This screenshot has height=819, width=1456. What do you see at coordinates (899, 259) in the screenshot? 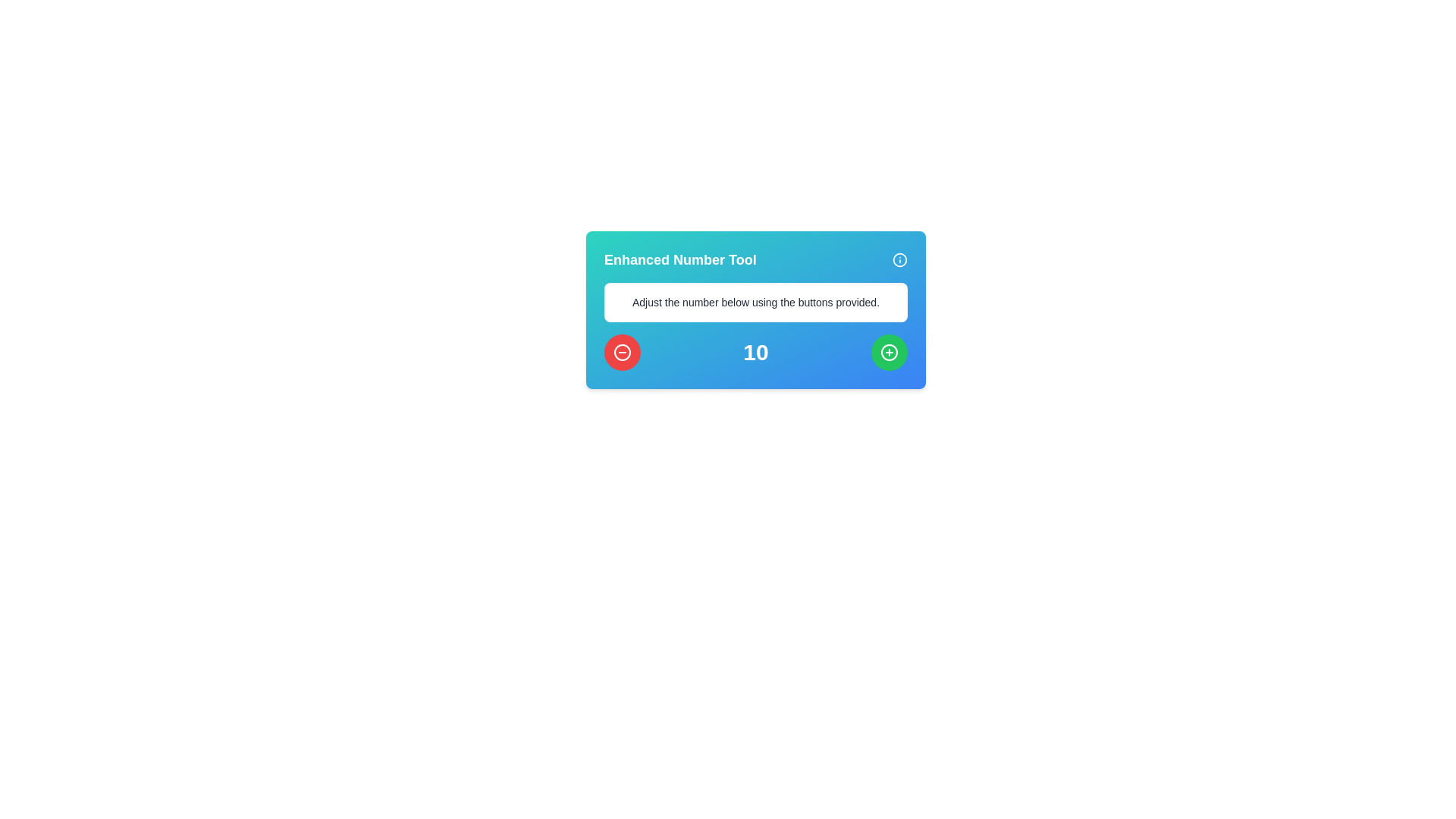
I see `the help icon button located at the top-right corner of the 'Enhanced Number Tool' component` at bounding box center [899, 259].